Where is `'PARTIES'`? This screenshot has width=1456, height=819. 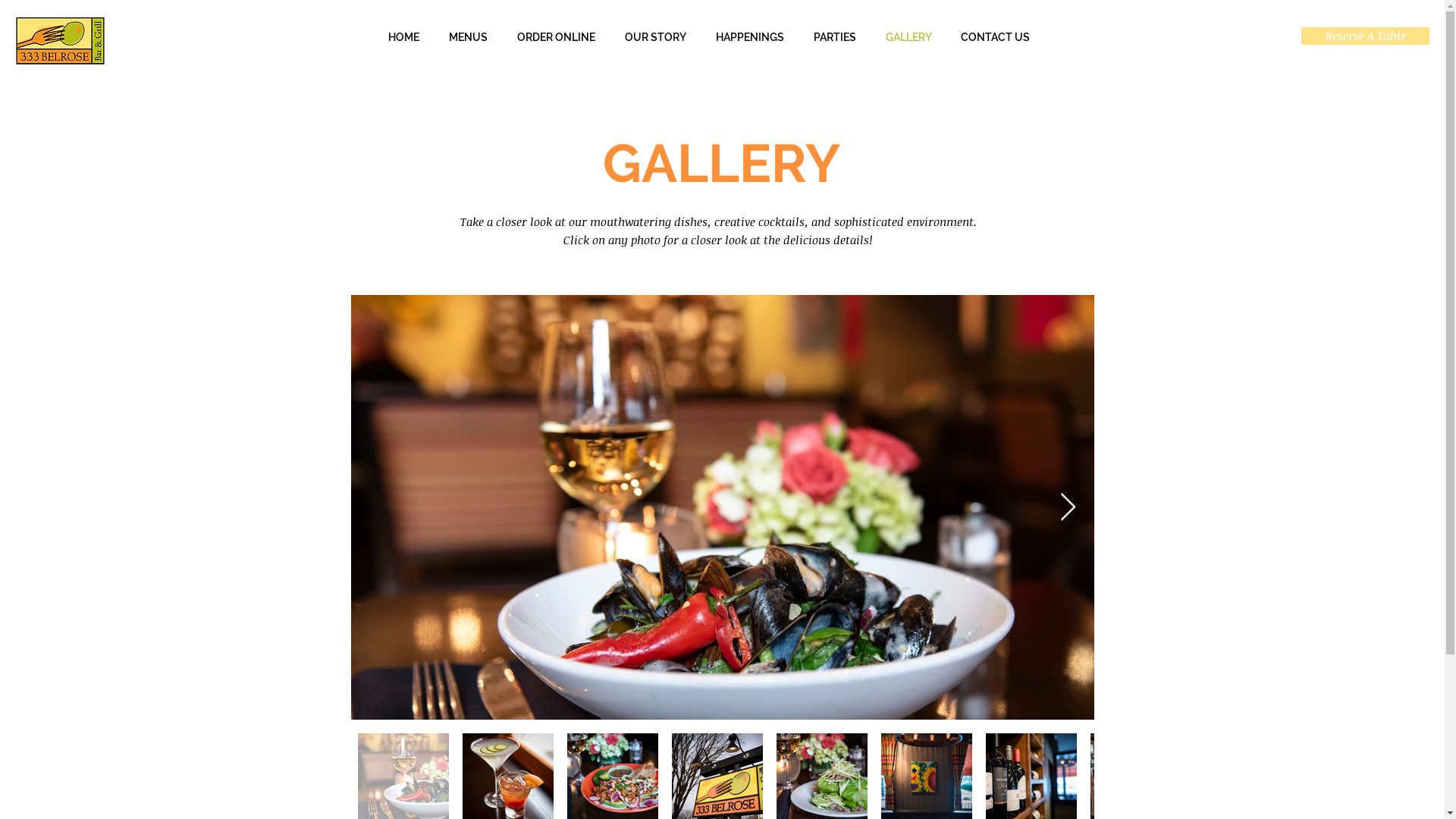 'PARTIES' is located at coordinates (834, 36).